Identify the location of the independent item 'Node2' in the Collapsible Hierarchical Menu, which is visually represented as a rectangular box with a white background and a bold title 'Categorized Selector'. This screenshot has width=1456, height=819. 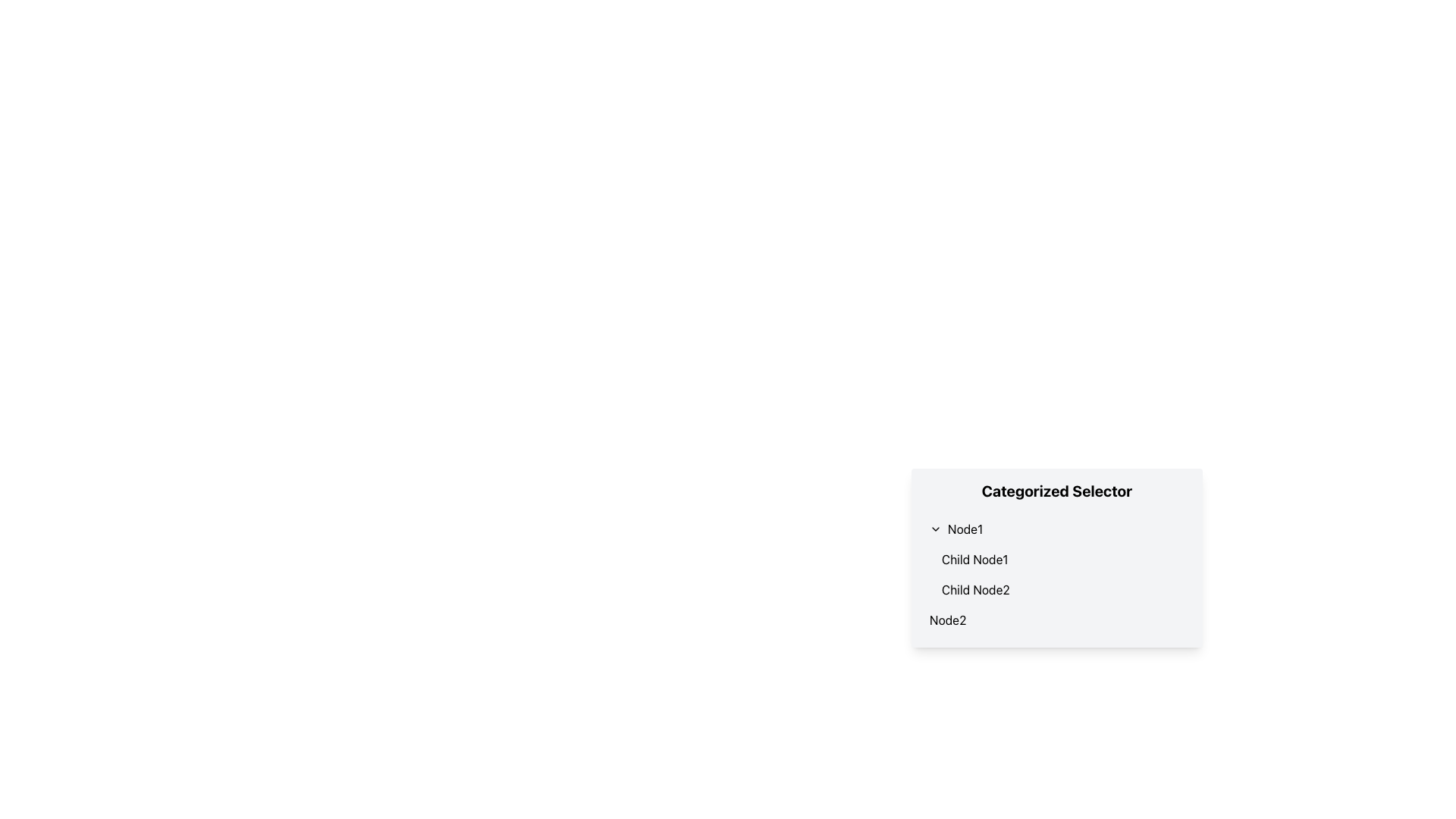
(1060, 625).